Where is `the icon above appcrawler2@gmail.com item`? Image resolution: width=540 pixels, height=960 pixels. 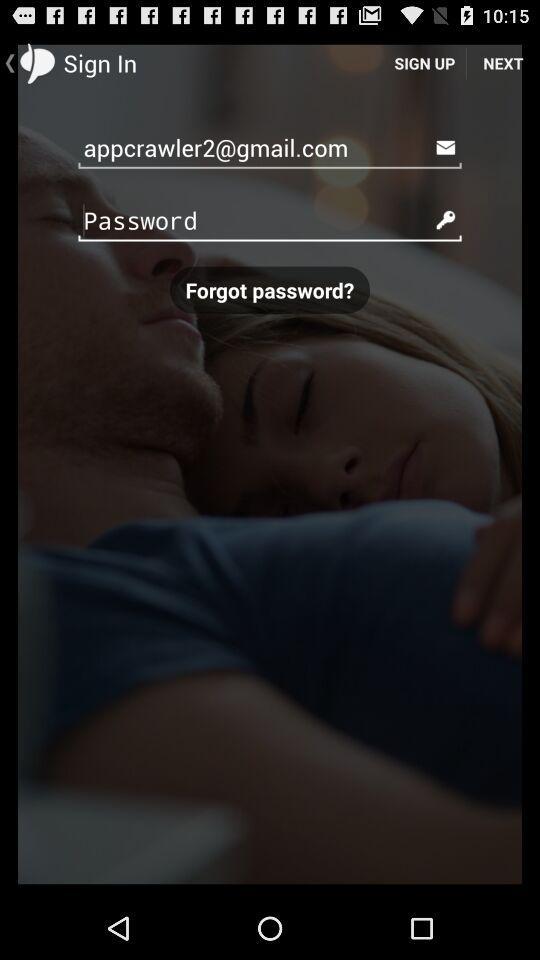 the icon above appcrawler2@gmail.com item is located at coordinates (423, 62).